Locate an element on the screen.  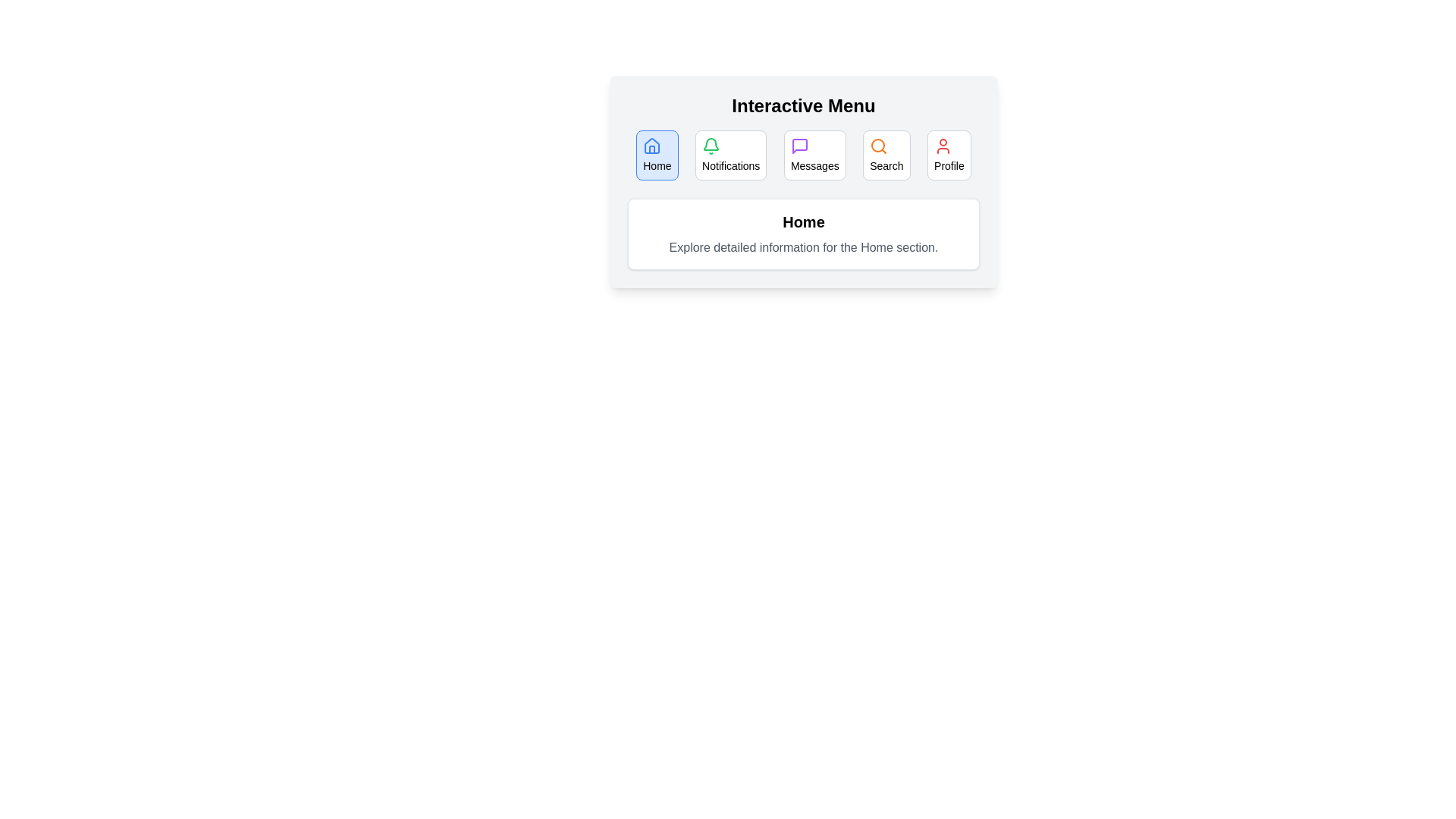
the 'Notifications' text label, which is part of an interactive button located below the green bell icon in the icon-based menu is located at coordinates (731, 166).